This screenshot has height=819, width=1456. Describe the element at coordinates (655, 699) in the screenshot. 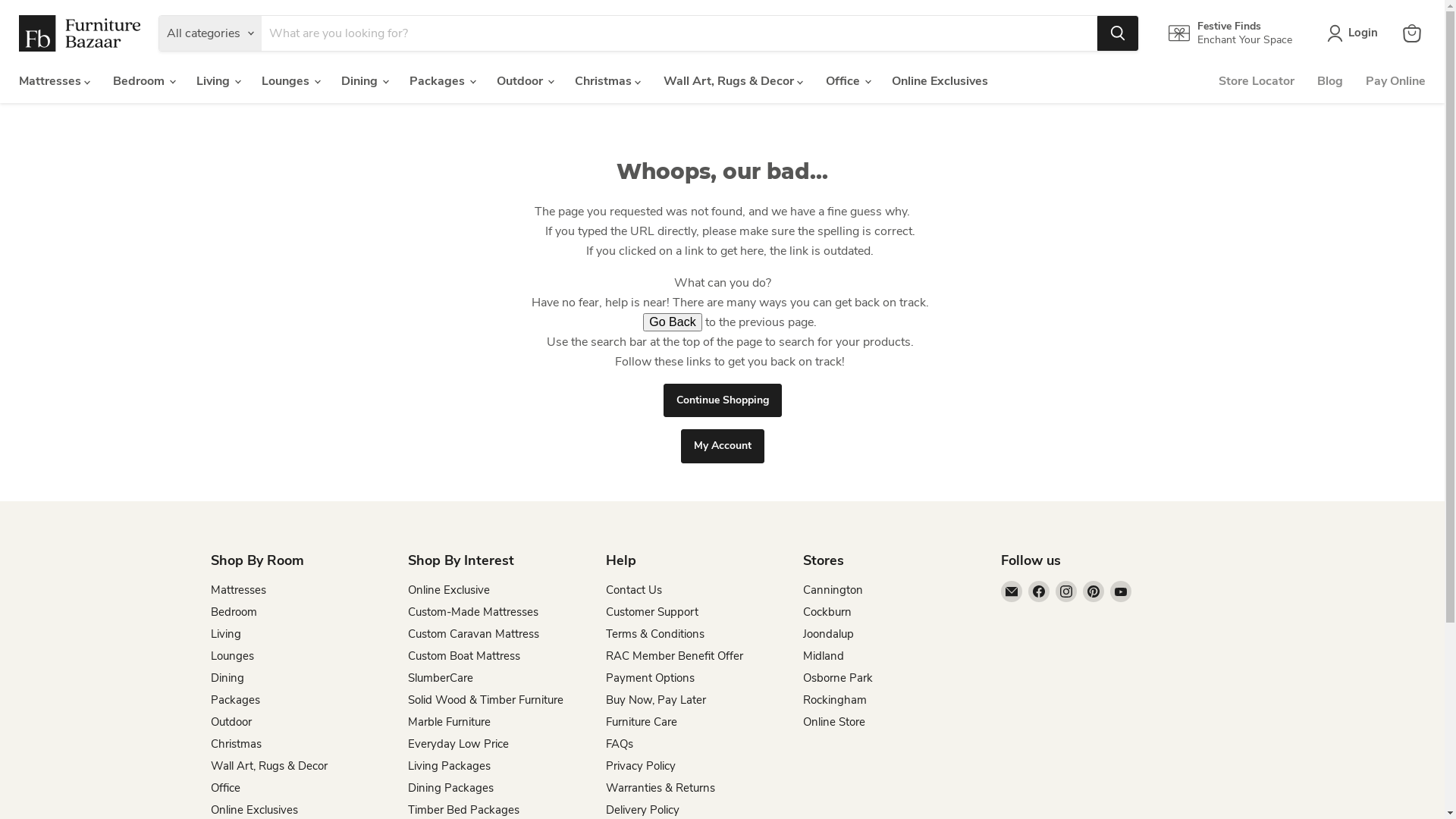

I see `'Buy Now, Pay Later'` at that location.